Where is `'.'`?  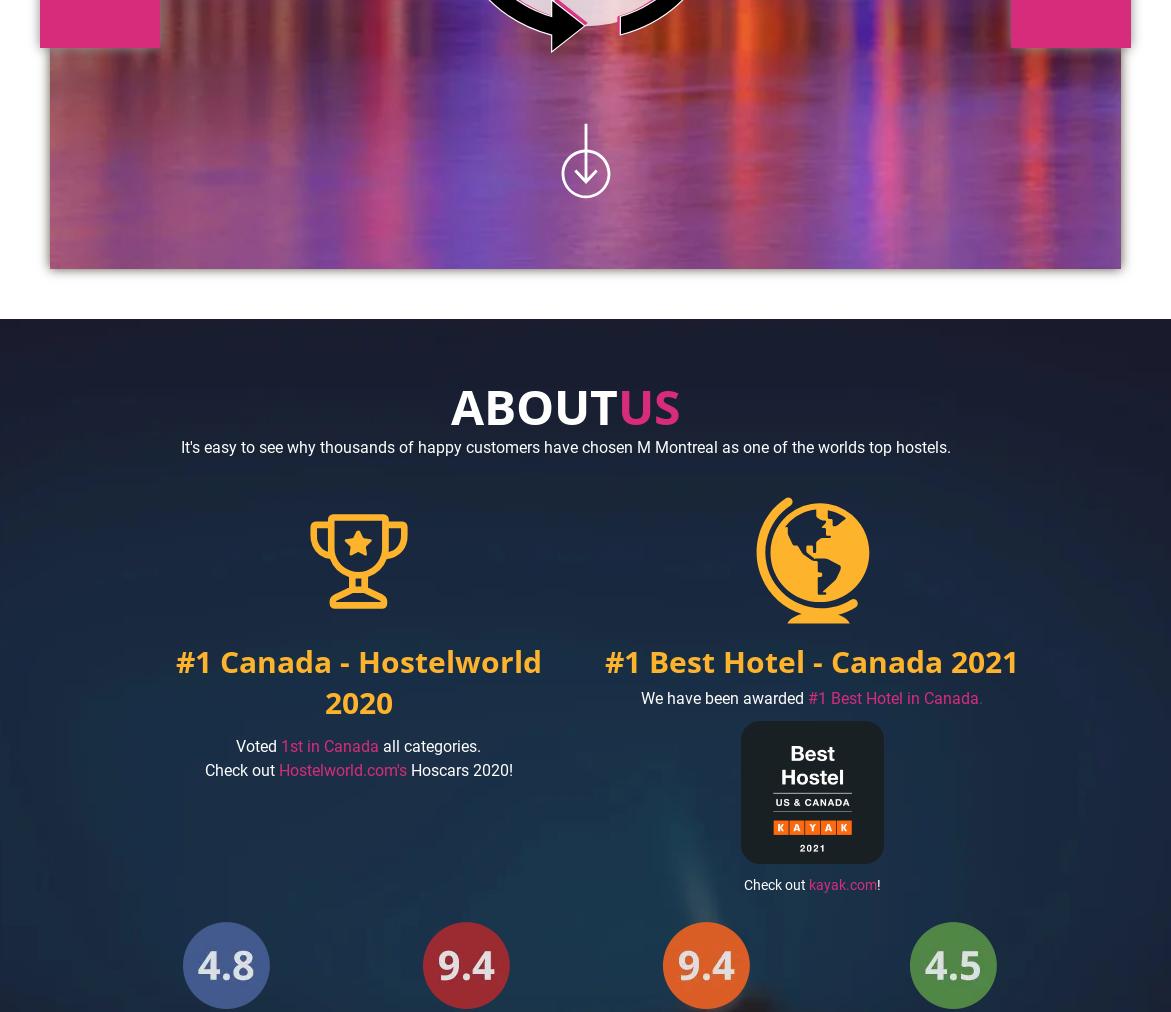 '.' is located at coordinates (978, 697).